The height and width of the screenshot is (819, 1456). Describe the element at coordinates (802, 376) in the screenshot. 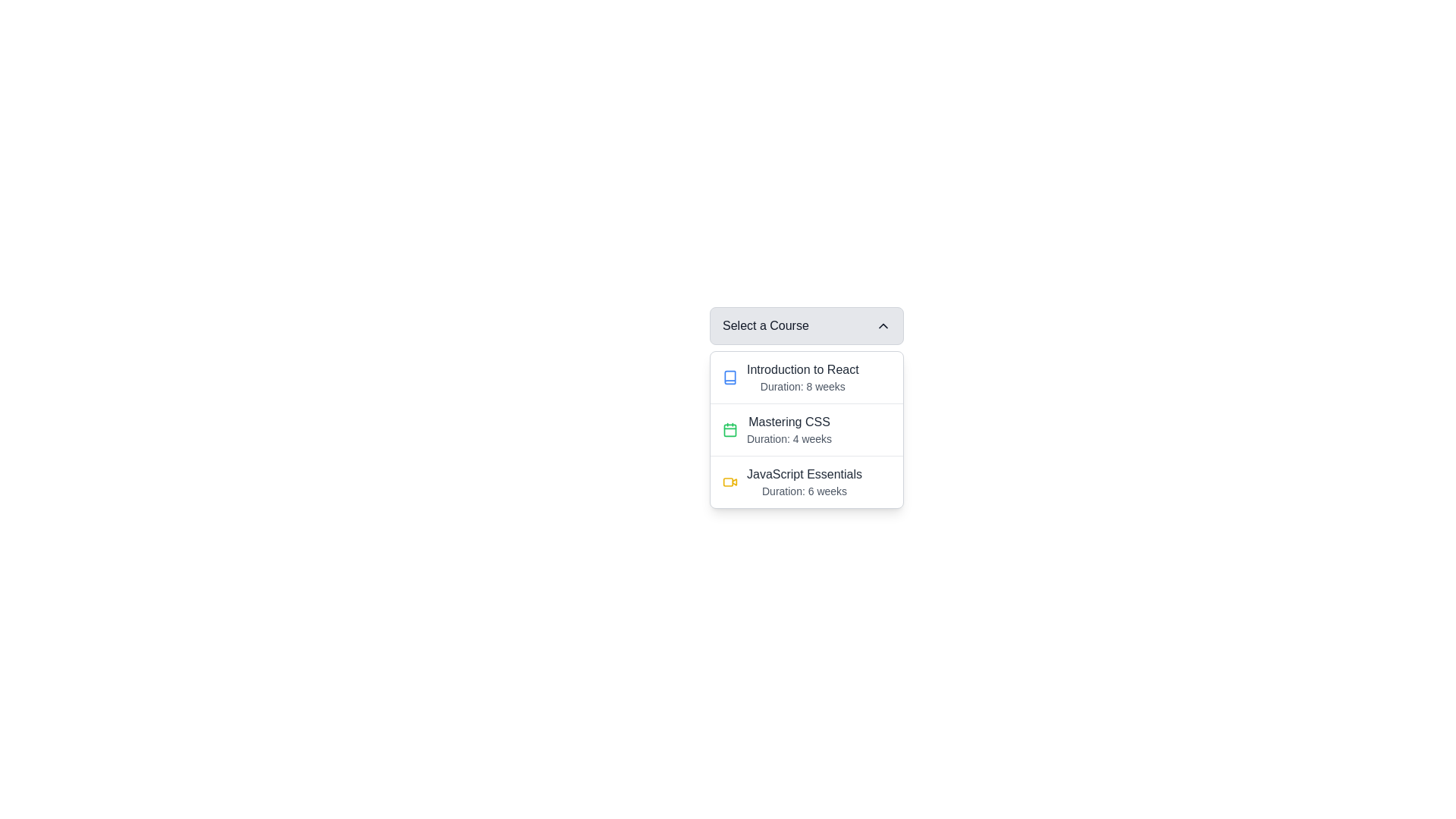

I see `the text component displaying the course title 'Introduction to React'` at that location.